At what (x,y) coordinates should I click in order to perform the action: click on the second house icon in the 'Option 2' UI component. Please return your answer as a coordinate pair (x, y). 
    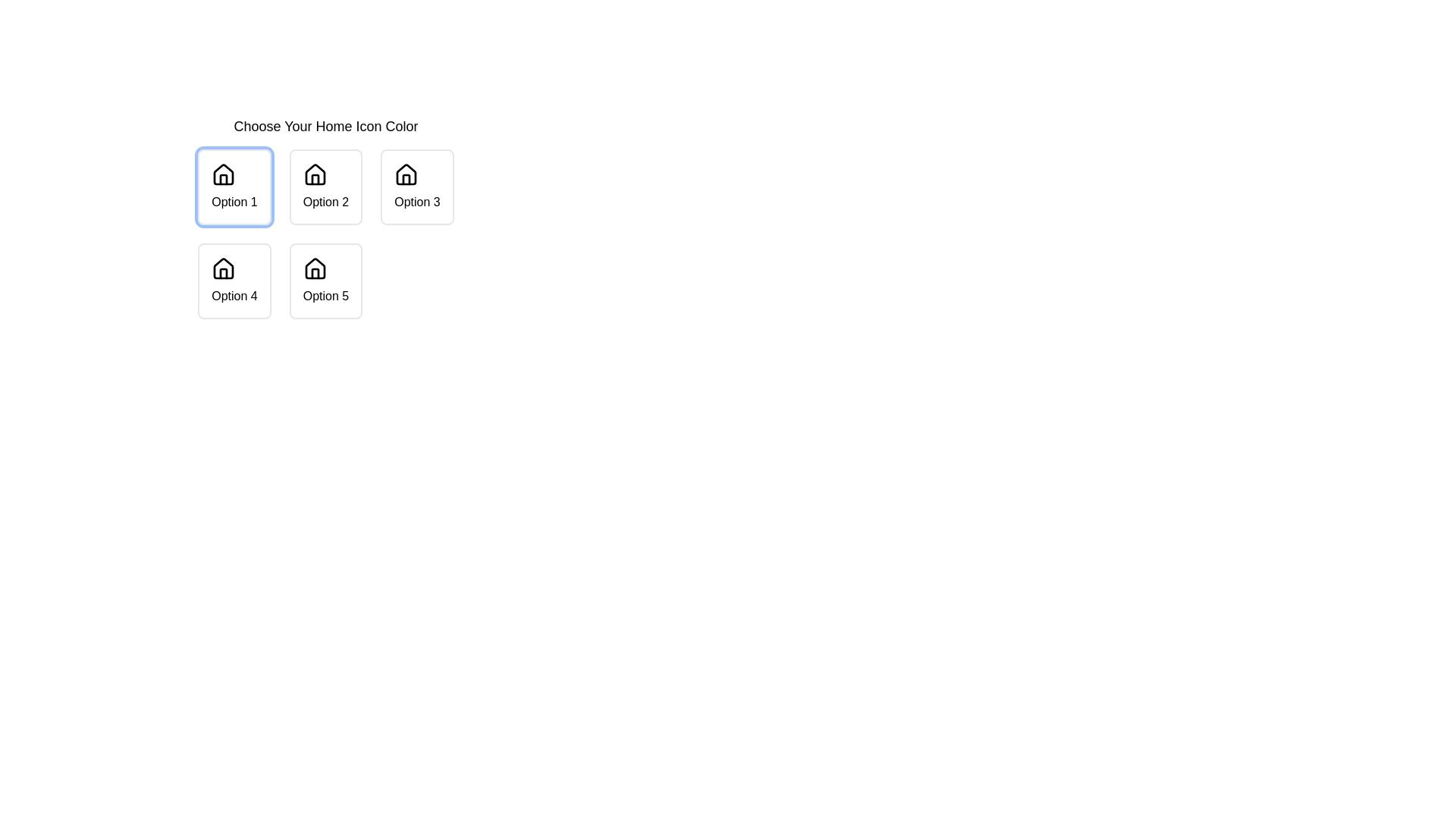
    Looking at the image, I should click on (314, 174).